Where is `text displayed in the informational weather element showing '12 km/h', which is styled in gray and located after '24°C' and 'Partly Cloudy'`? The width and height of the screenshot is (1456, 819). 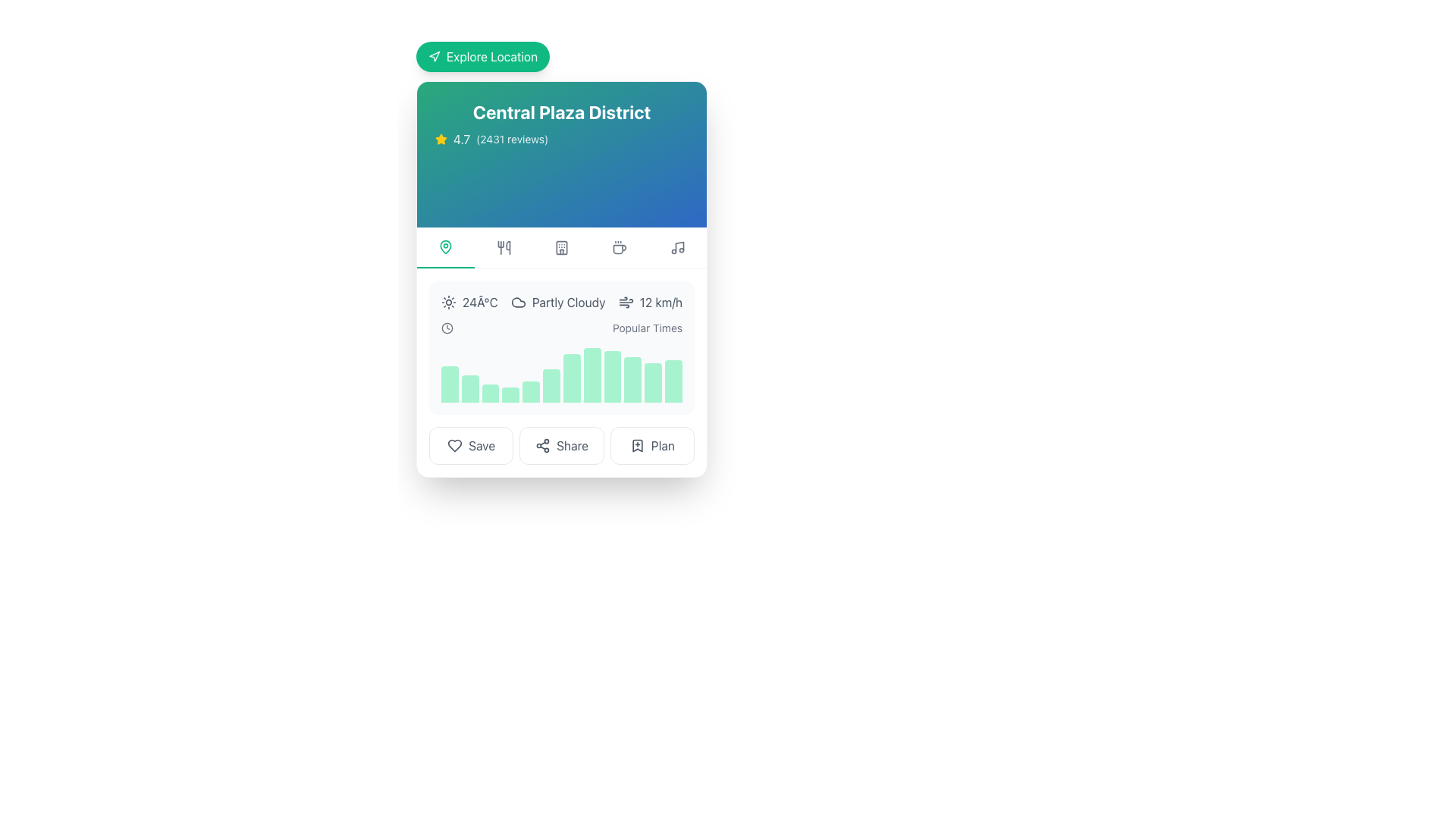
text displayed in the informational weather element showing '12 km/h', which is styled in gray and located after '24°C' and 'Partly Cloudy' is located at coordinates (650, 302).